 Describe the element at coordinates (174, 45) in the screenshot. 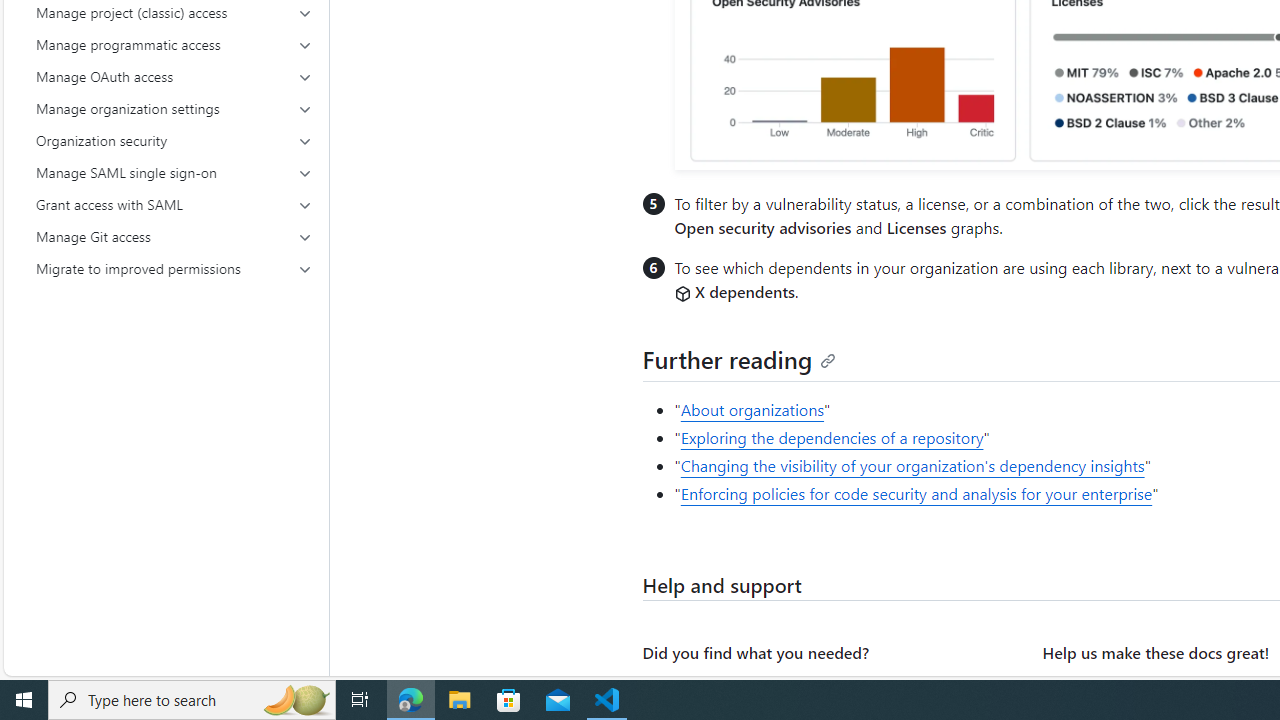

I see `'Manage programmatic access'` at that location.